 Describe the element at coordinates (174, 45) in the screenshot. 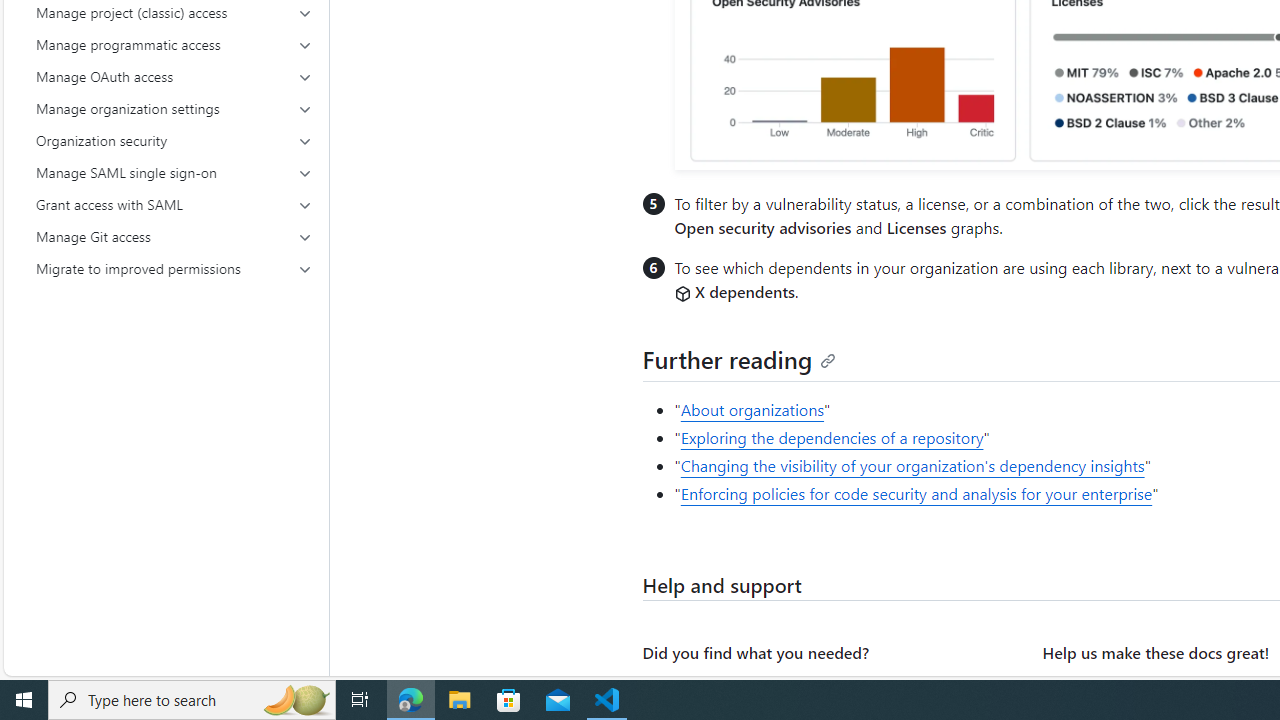

I see `'Manage programmatic access'` at that location.